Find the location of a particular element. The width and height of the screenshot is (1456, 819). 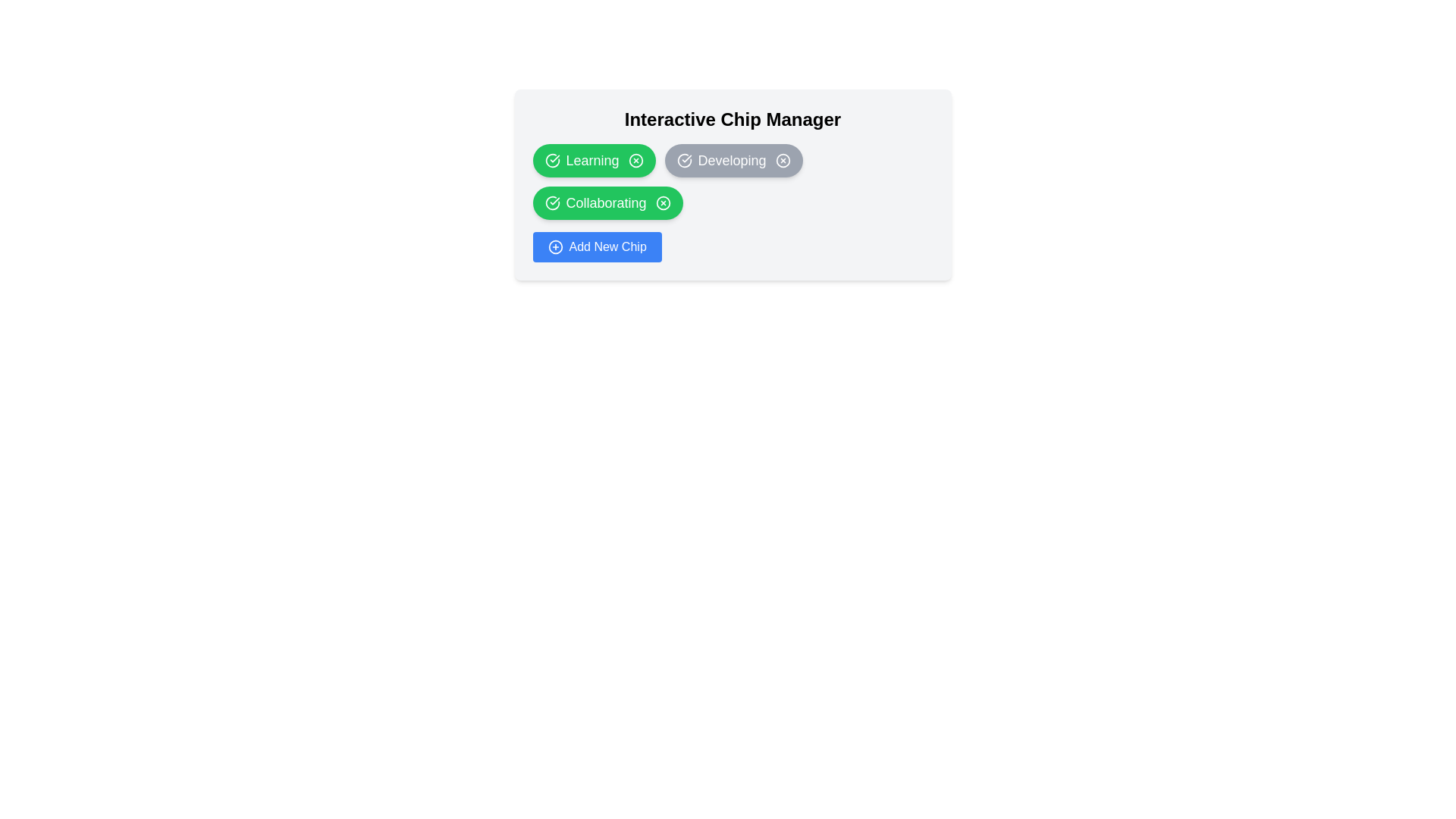

the status icon within the green 'Learning' button, indicating the item's active or completed status is located at coordinates (551, 161).